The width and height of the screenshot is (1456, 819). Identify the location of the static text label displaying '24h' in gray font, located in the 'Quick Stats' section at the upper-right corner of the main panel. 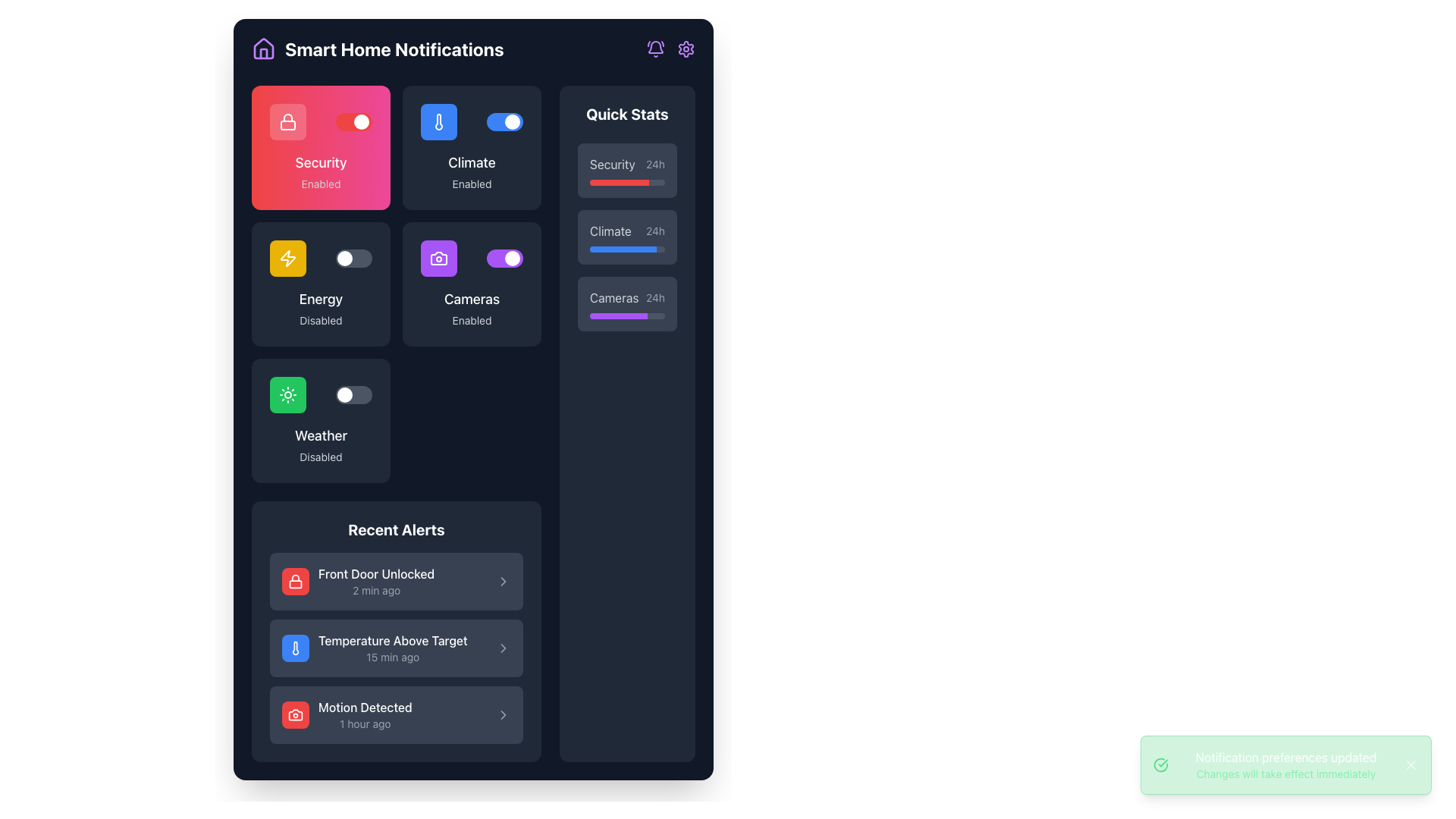
(655, 164).